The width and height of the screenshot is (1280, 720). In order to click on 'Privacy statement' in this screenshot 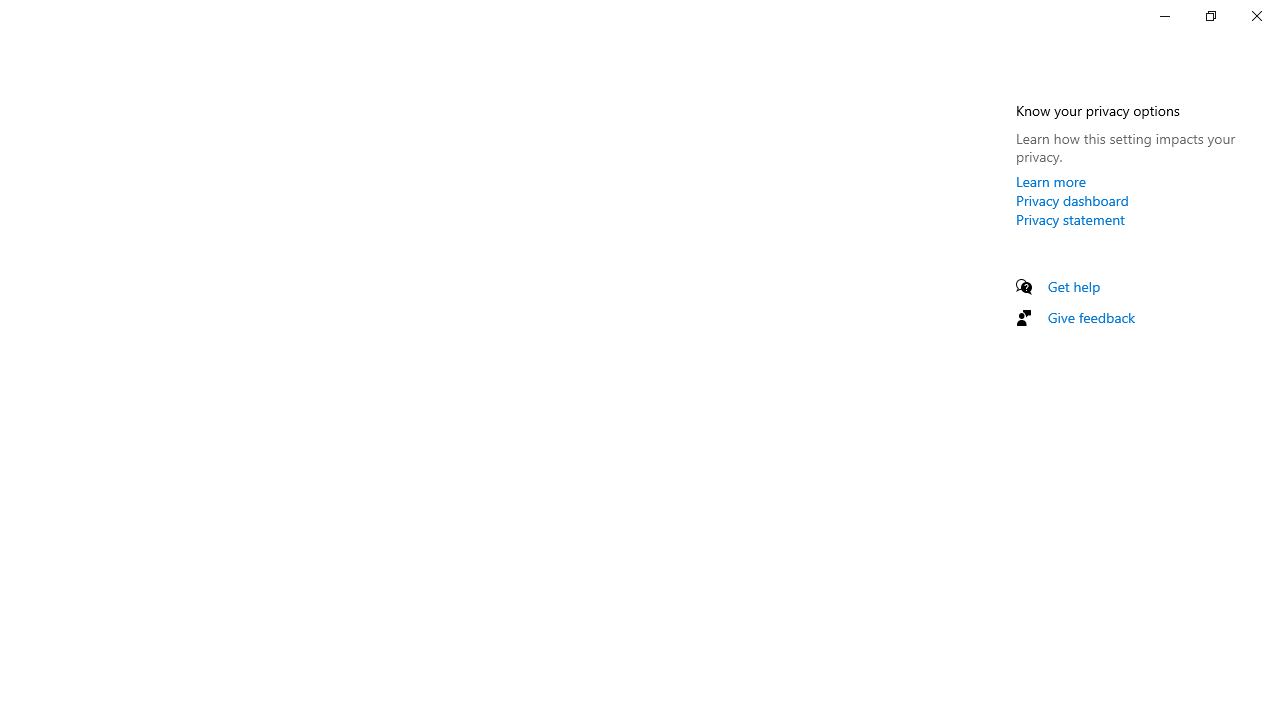, I will do `click(1069, 219)`.